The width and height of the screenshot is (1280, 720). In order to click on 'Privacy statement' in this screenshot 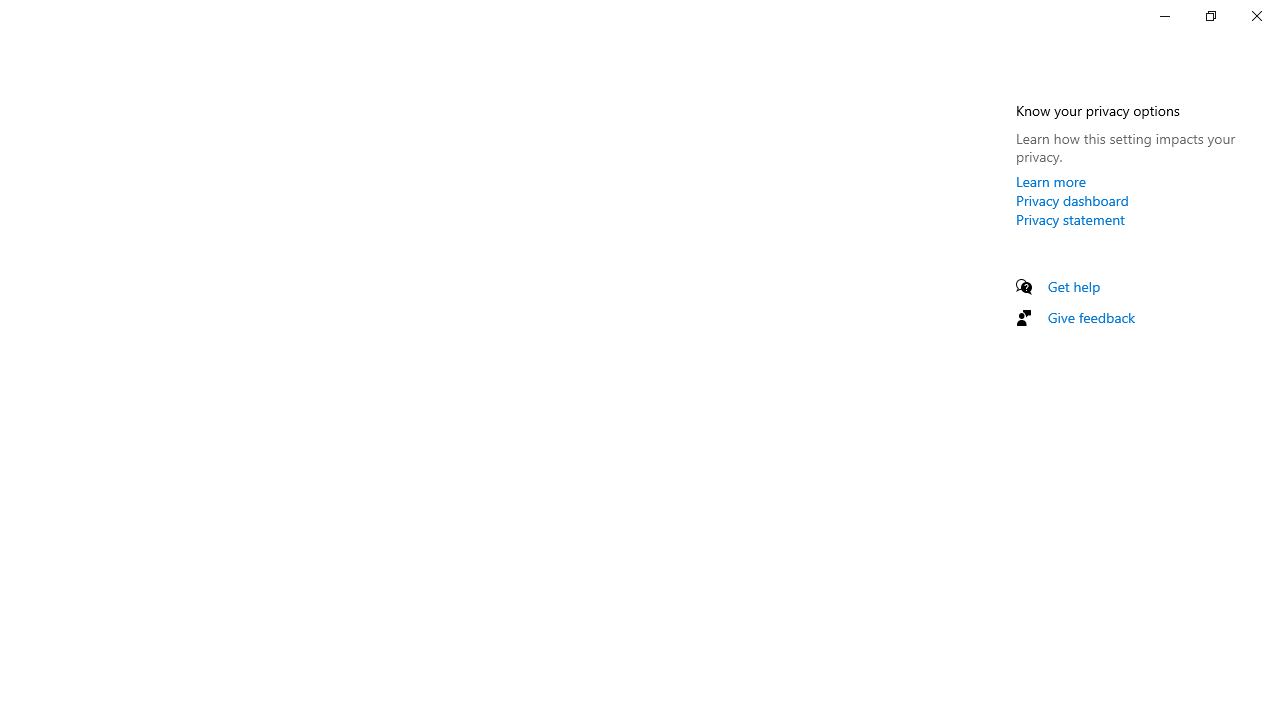, I will do `click(1069, 219)`.